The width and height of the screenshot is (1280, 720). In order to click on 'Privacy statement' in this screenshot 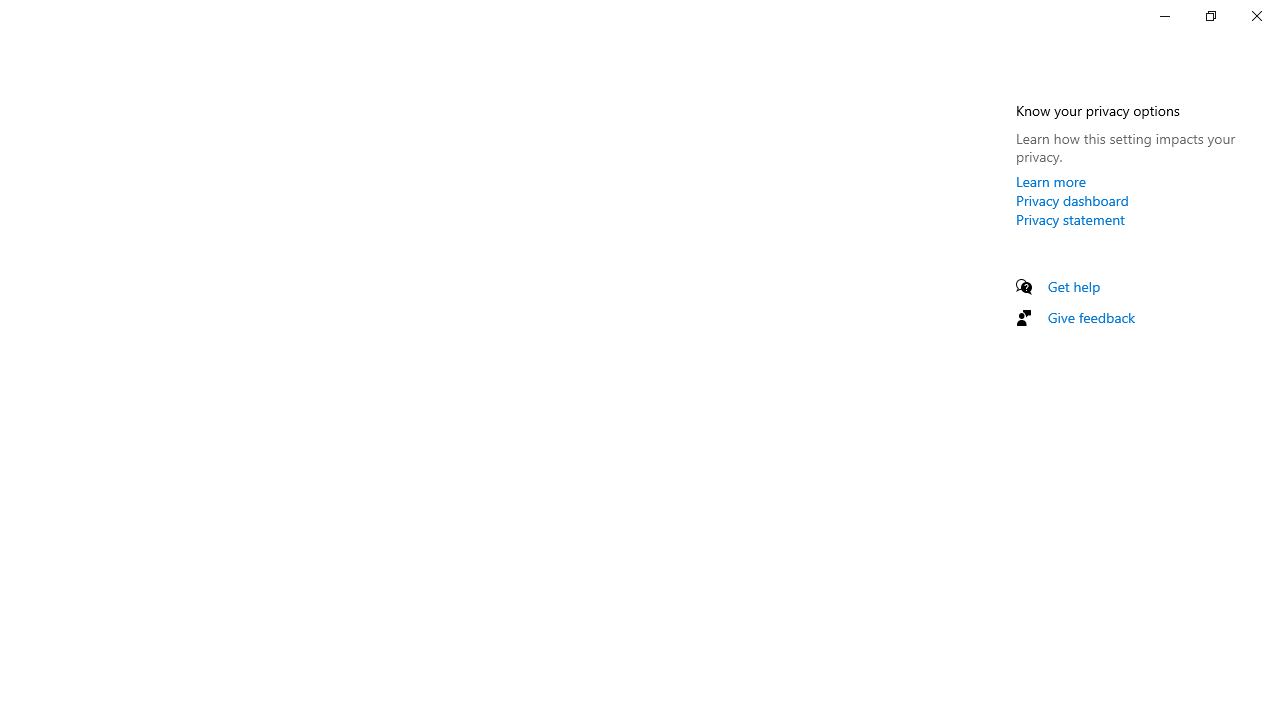, I will do `click(1069, 219)`.